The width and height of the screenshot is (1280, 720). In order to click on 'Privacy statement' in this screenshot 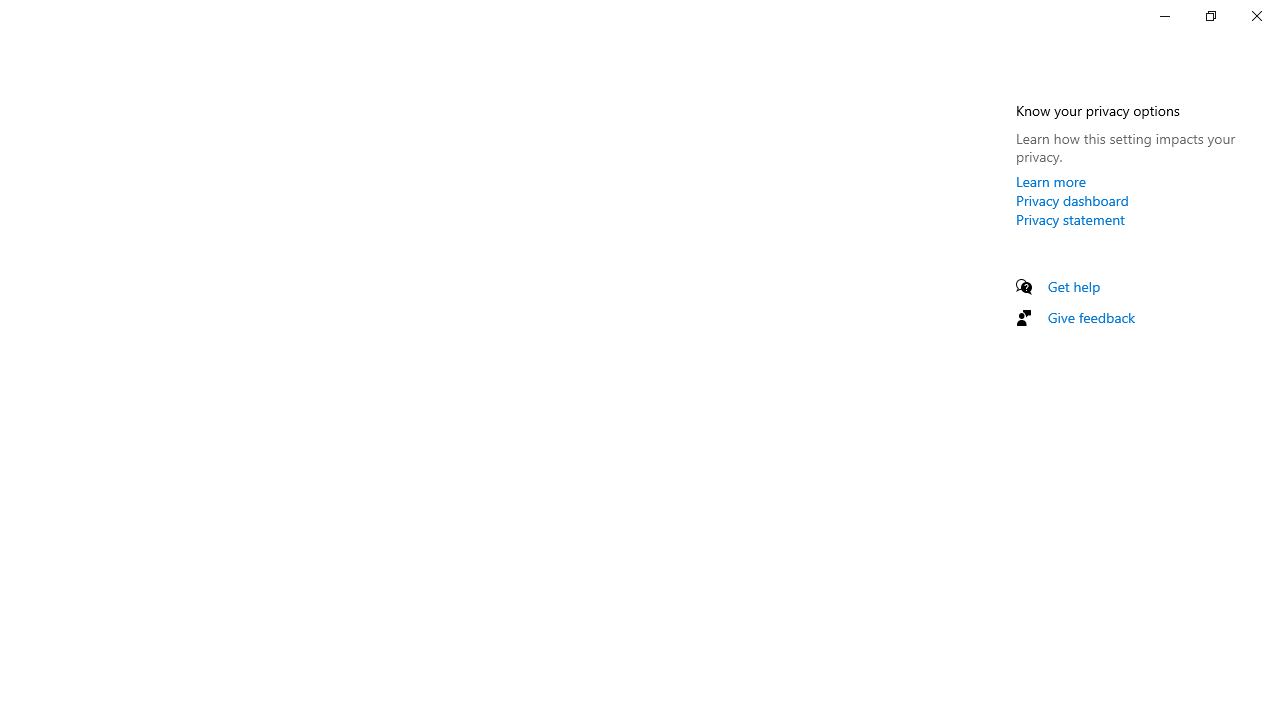, I will do `click(1069, 219)`.